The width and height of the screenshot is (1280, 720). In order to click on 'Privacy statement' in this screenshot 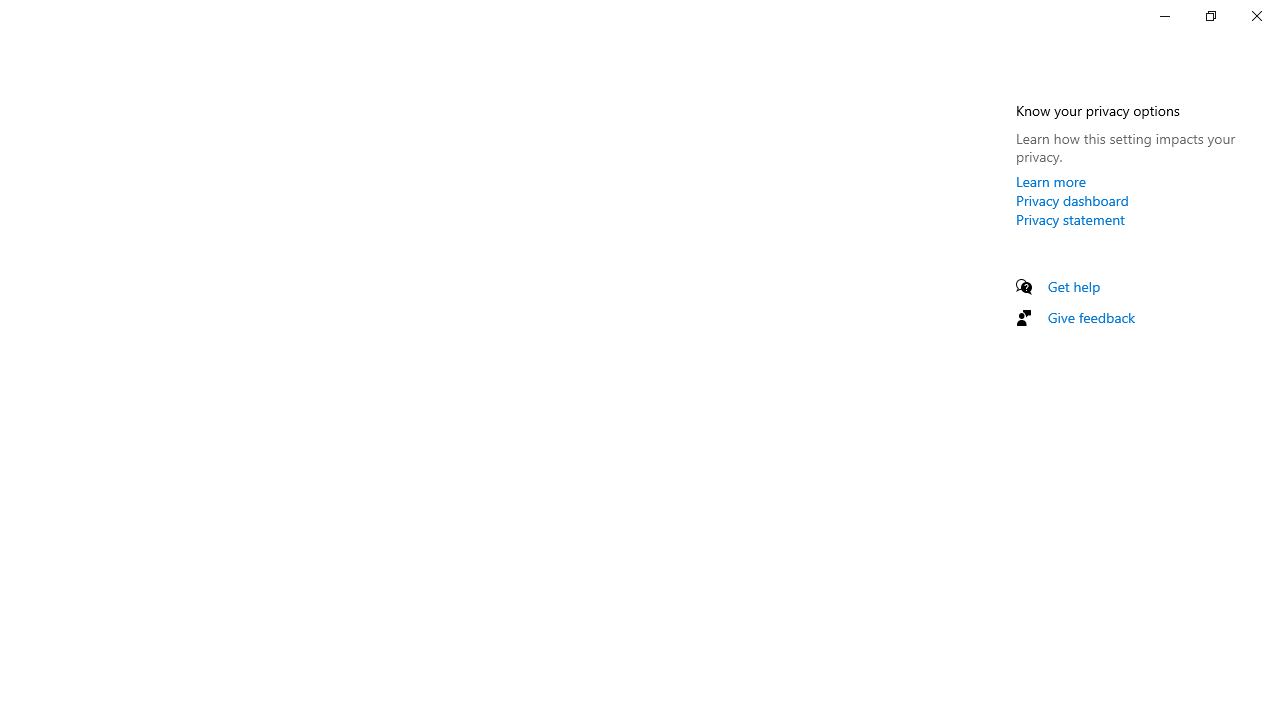, I will do `click(1069, 219)`.